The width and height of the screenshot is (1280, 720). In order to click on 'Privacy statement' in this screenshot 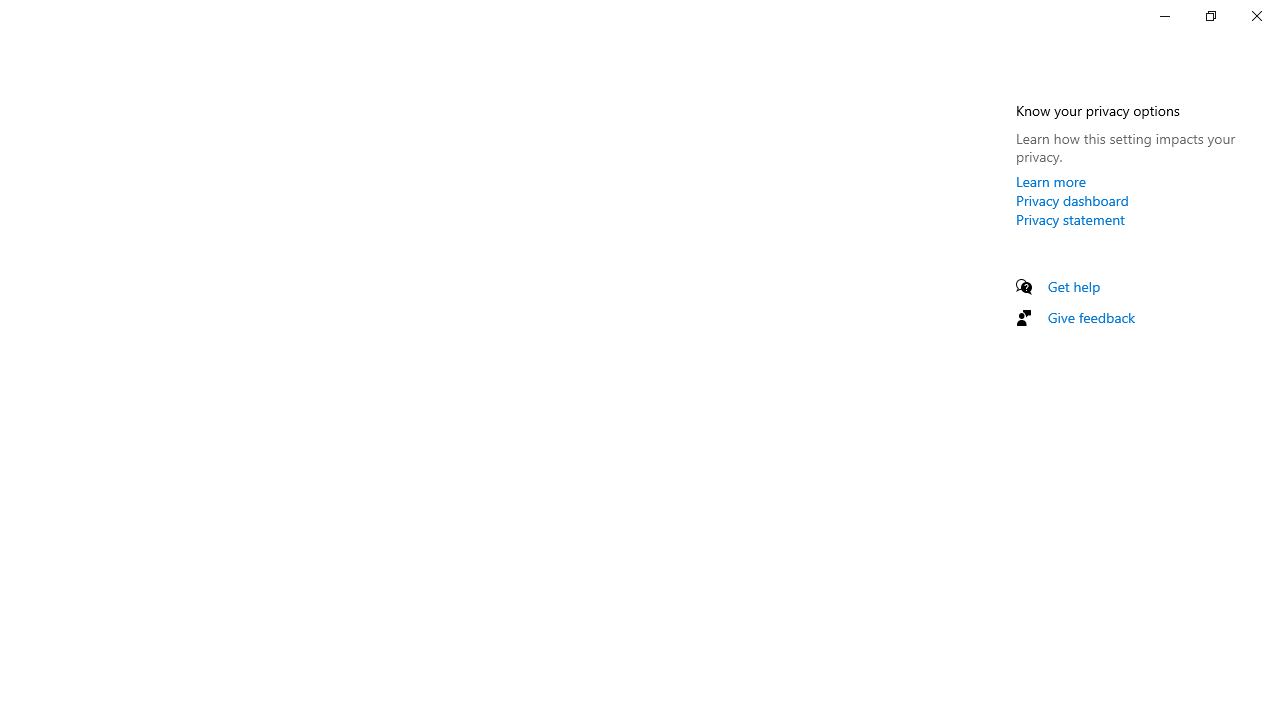, I will do `click(1069, 219)`.